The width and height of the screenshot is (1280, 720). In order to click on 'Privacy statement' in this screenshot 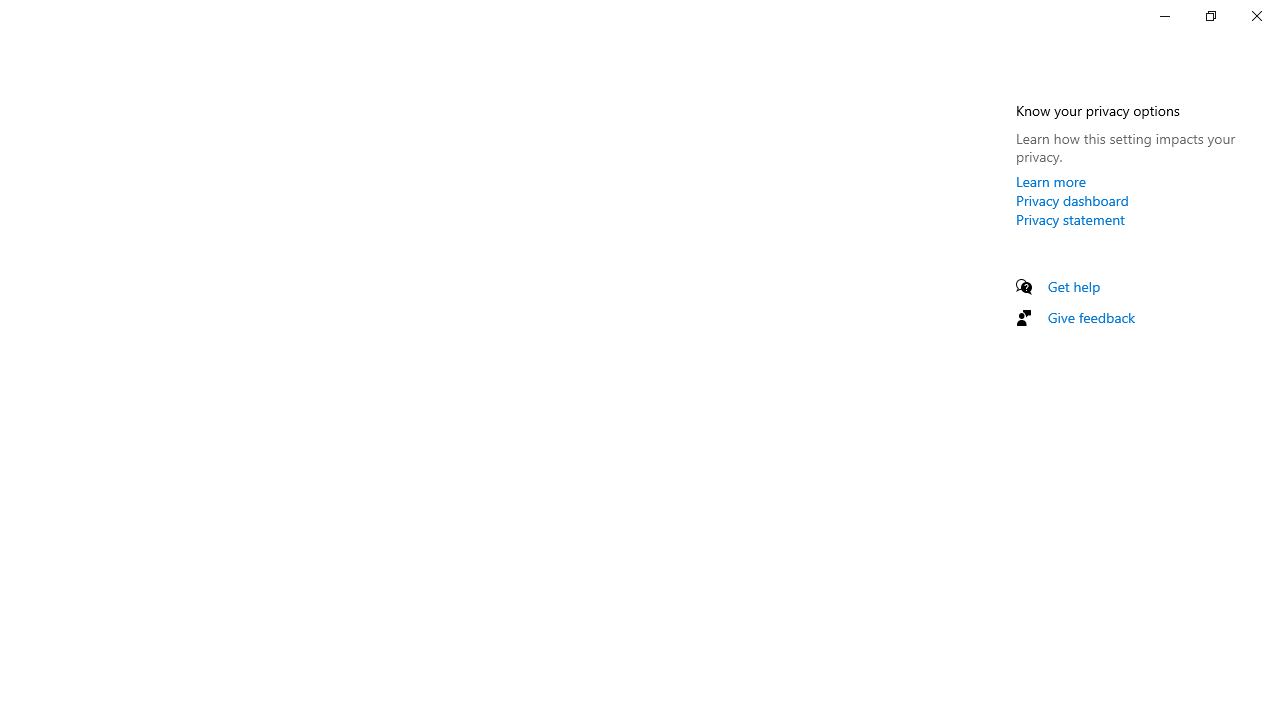, I will do `click(1069, 219)`.